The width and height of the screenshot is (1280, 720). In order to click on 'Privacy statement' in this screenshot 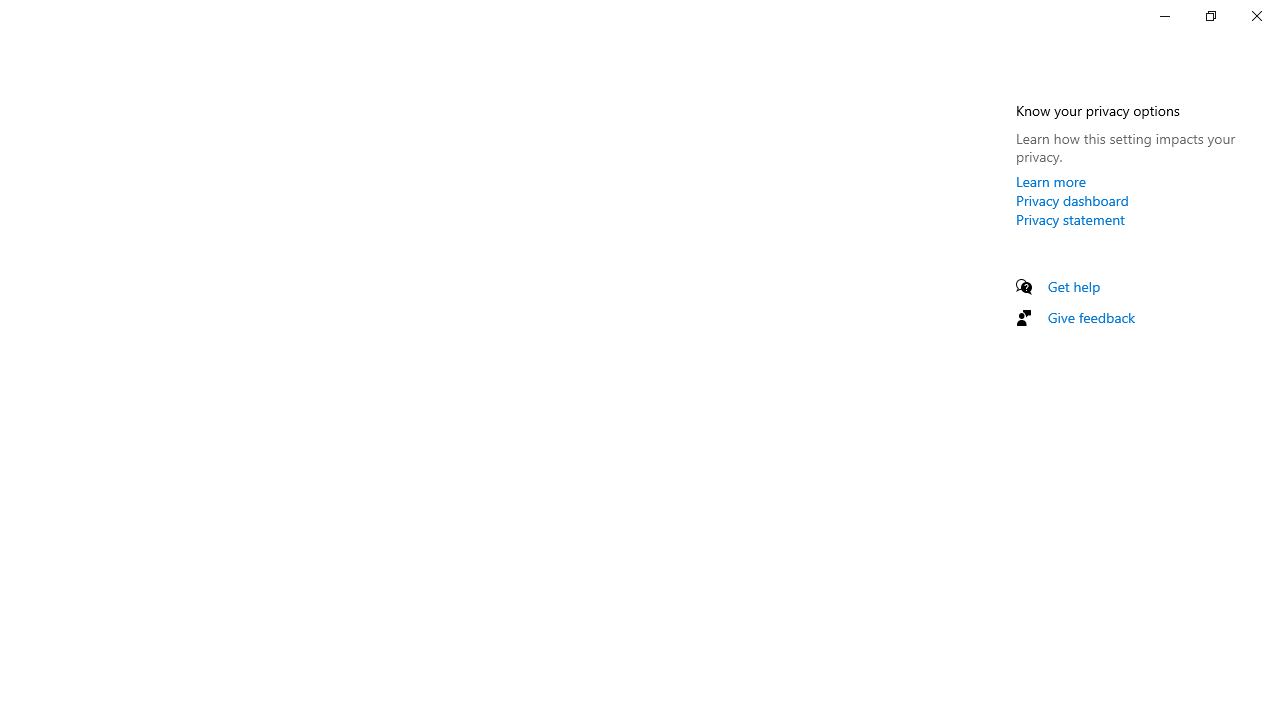, I will do `click(1069, 219)`.